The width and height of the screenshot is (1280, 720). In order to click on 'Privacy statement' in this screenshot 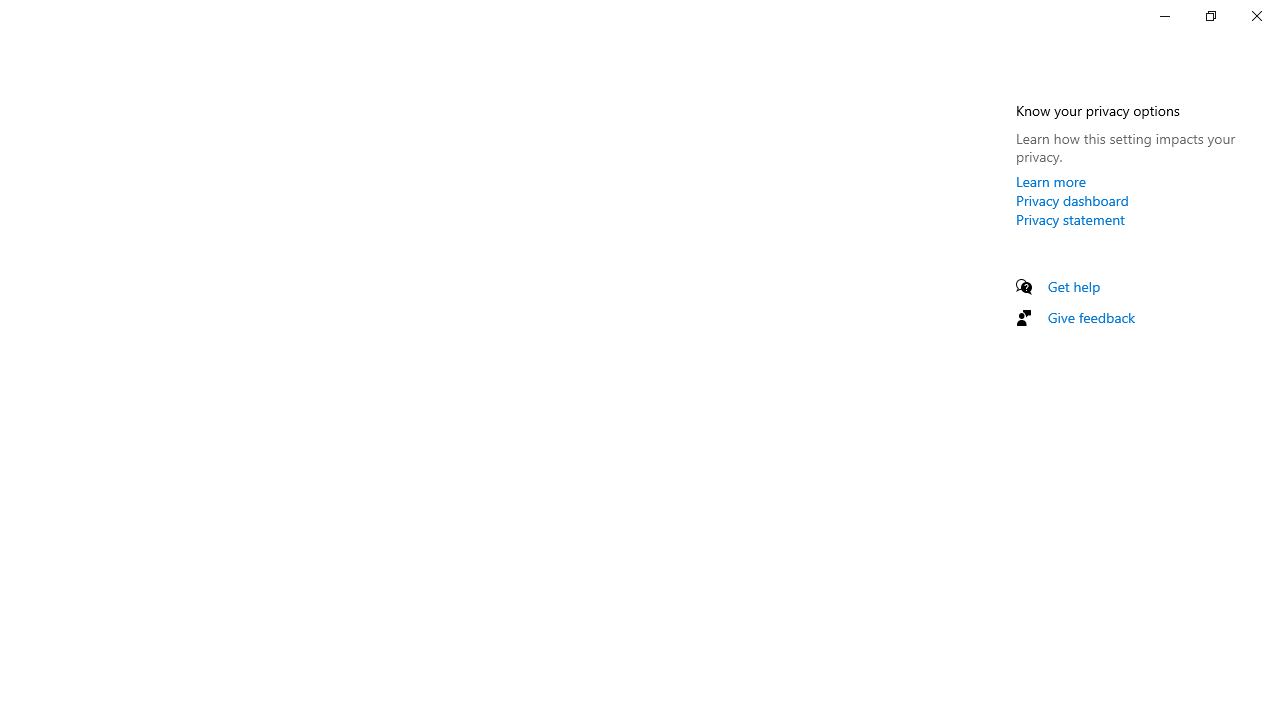, I will do `click(1069, 219)`.